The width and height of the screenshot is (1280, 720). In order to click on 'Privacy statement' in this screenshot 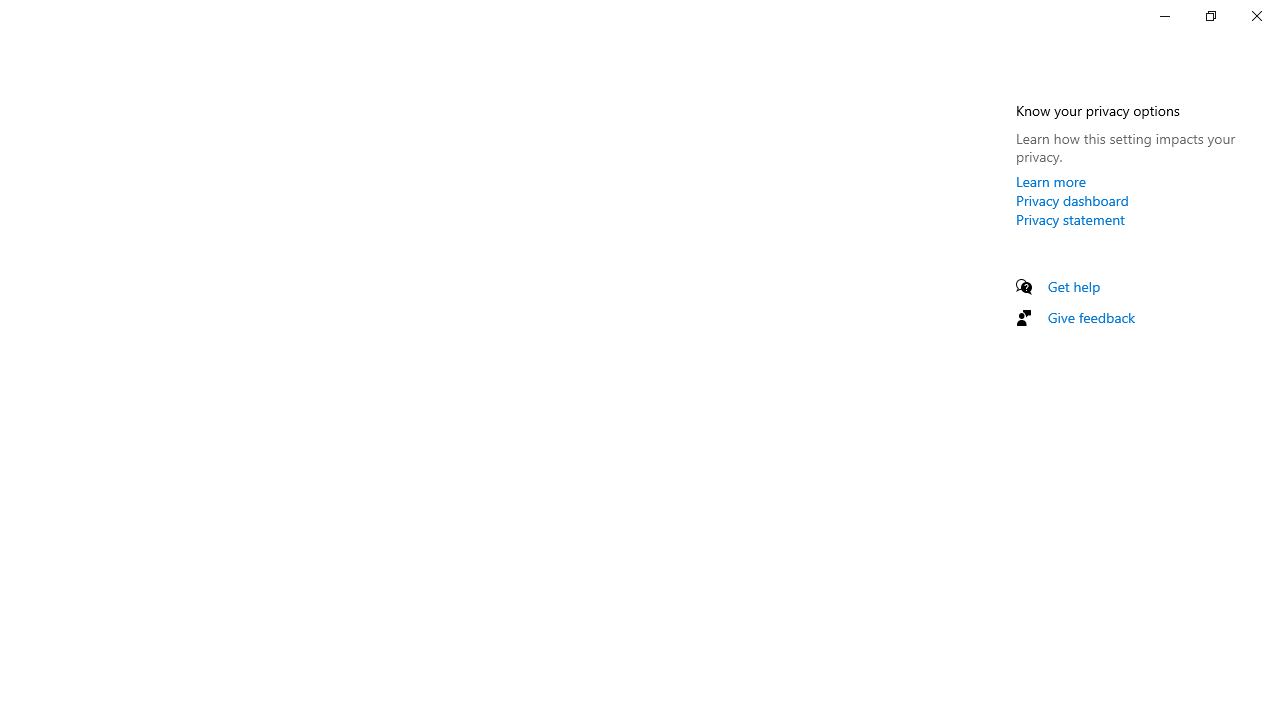, I will do `click(1069, 219)`.